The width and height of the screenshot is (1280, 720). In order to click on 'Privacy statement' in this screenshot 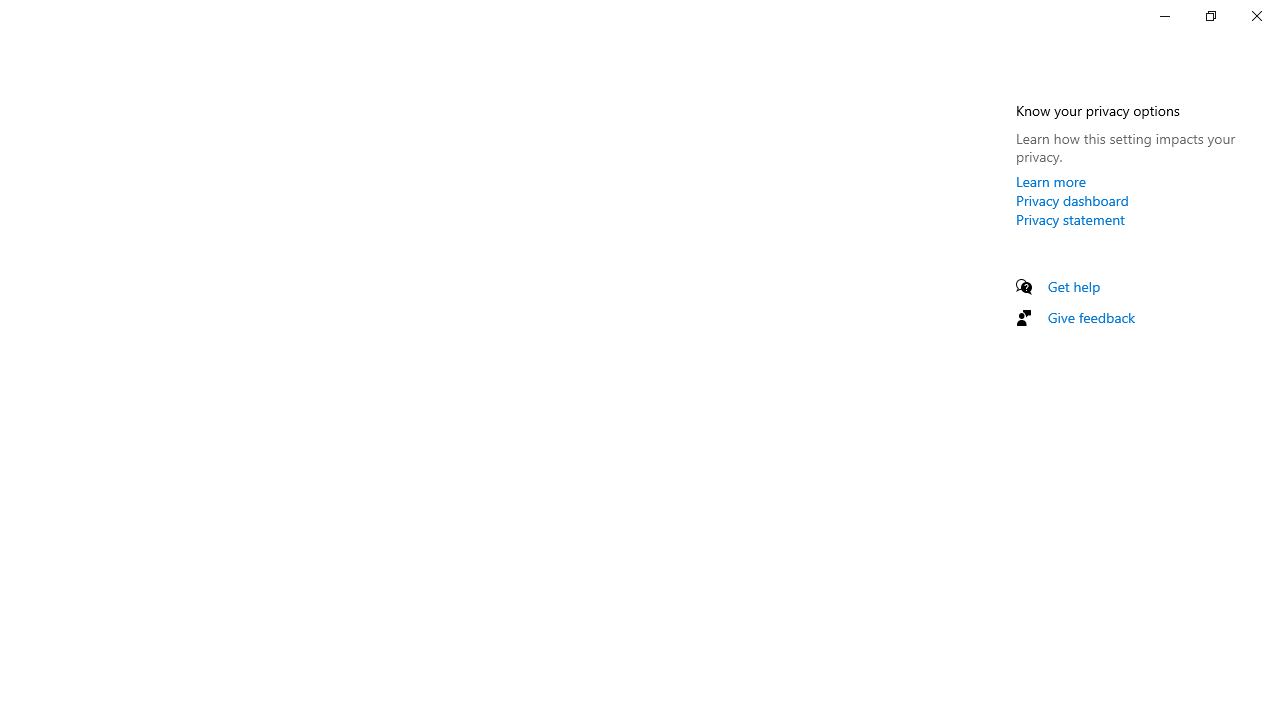, I will do `click(1069, 219)`.